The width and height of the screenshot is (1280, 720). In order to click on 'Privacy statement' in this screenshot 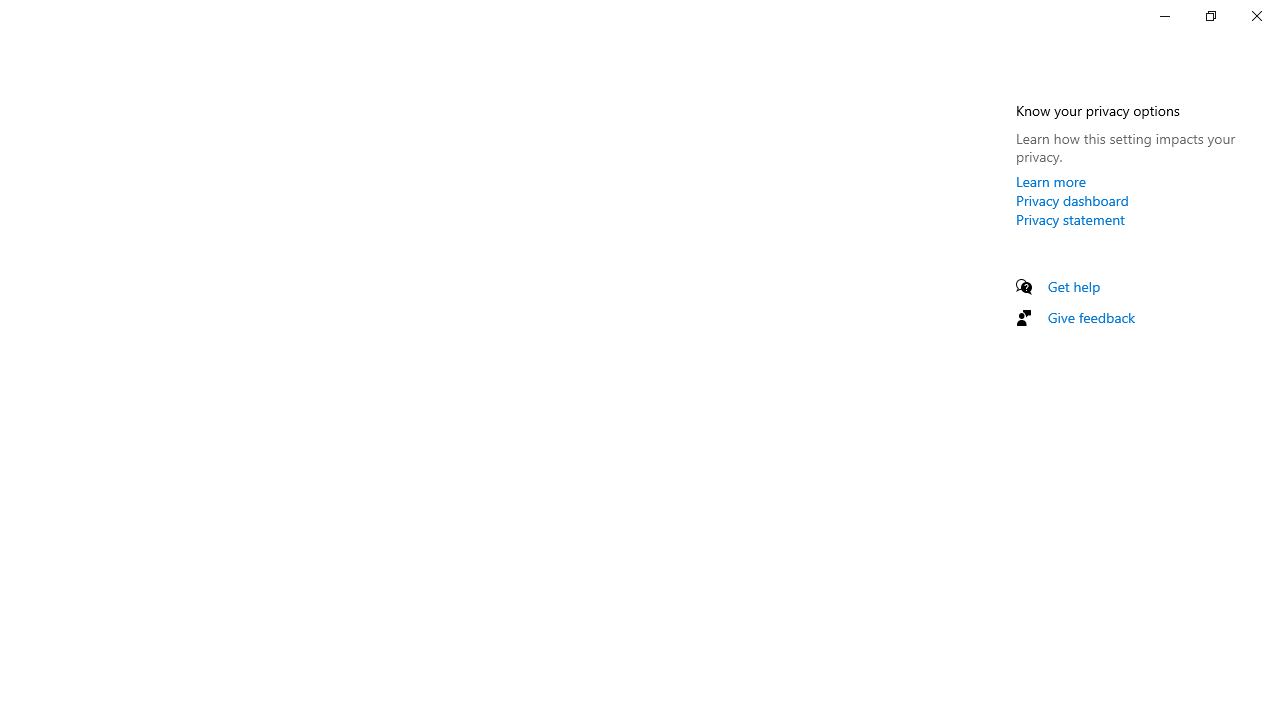, I will do `click(1069, 219)`.